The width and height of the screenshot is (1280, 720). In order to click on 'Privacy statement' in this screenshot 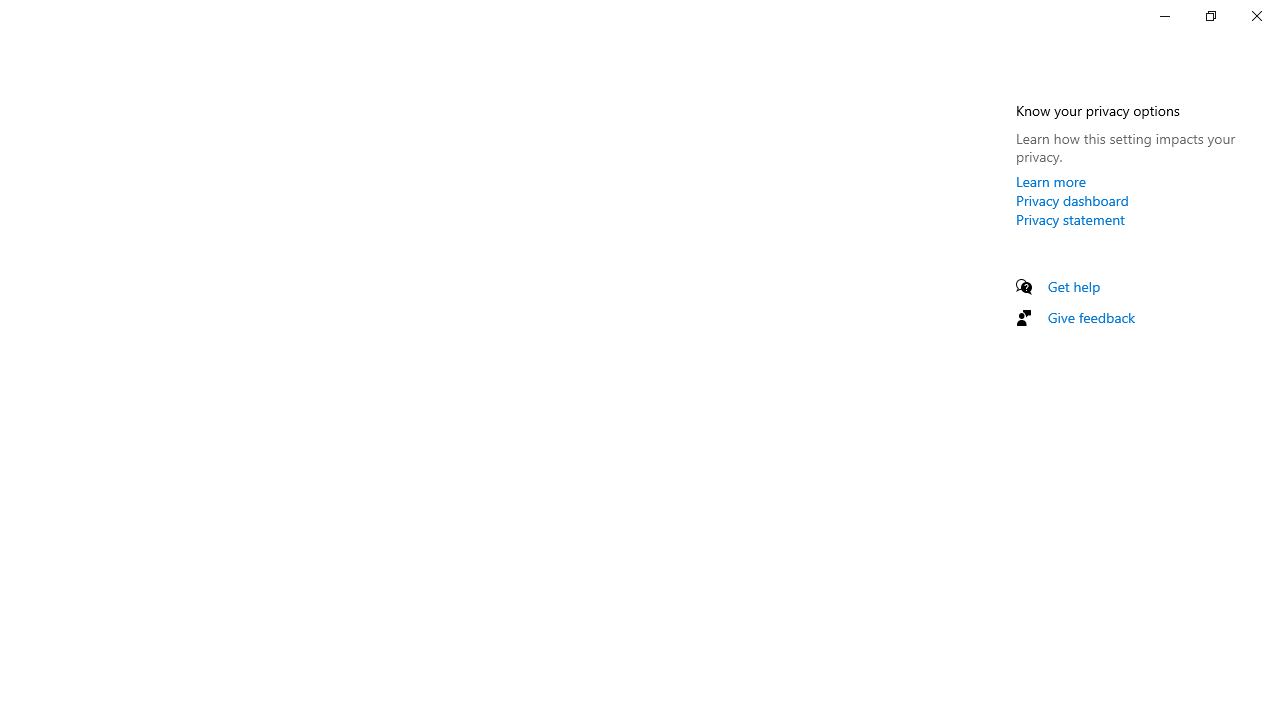, I will do `click(1069, 219)`.